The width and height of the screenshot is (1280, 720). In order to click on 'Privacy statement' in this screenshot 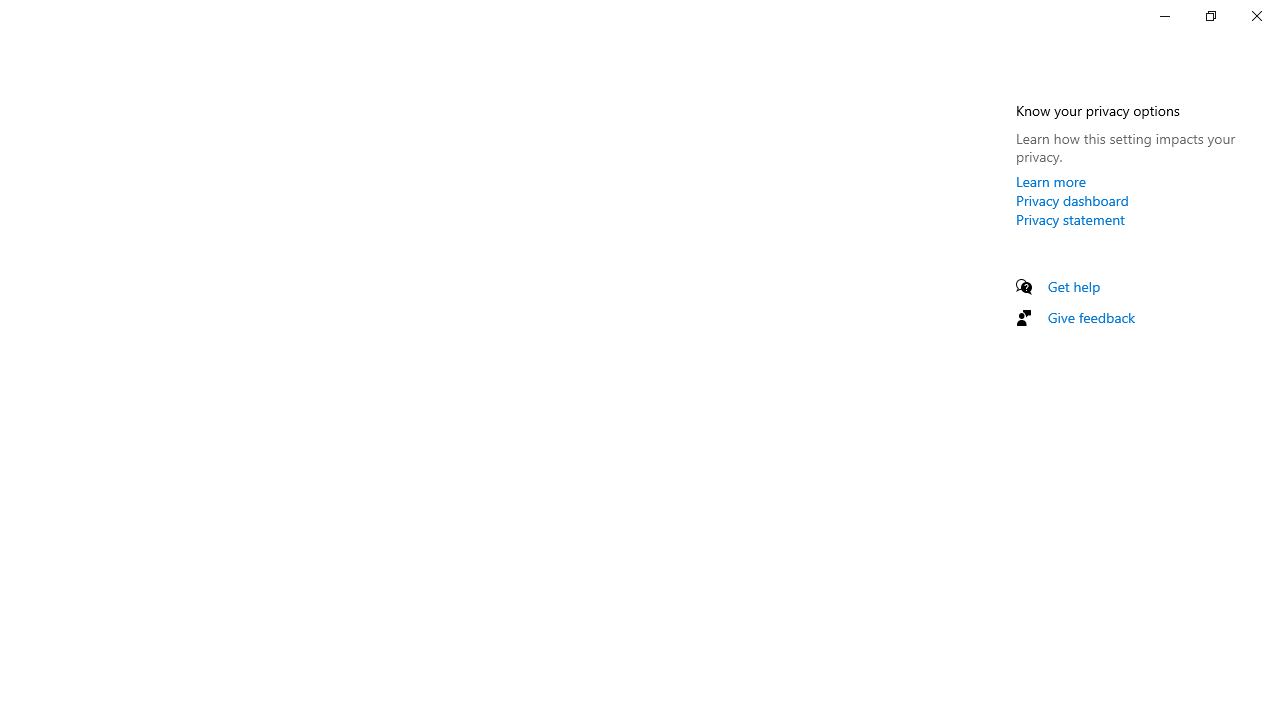, I will do `click(1069, 219)`.